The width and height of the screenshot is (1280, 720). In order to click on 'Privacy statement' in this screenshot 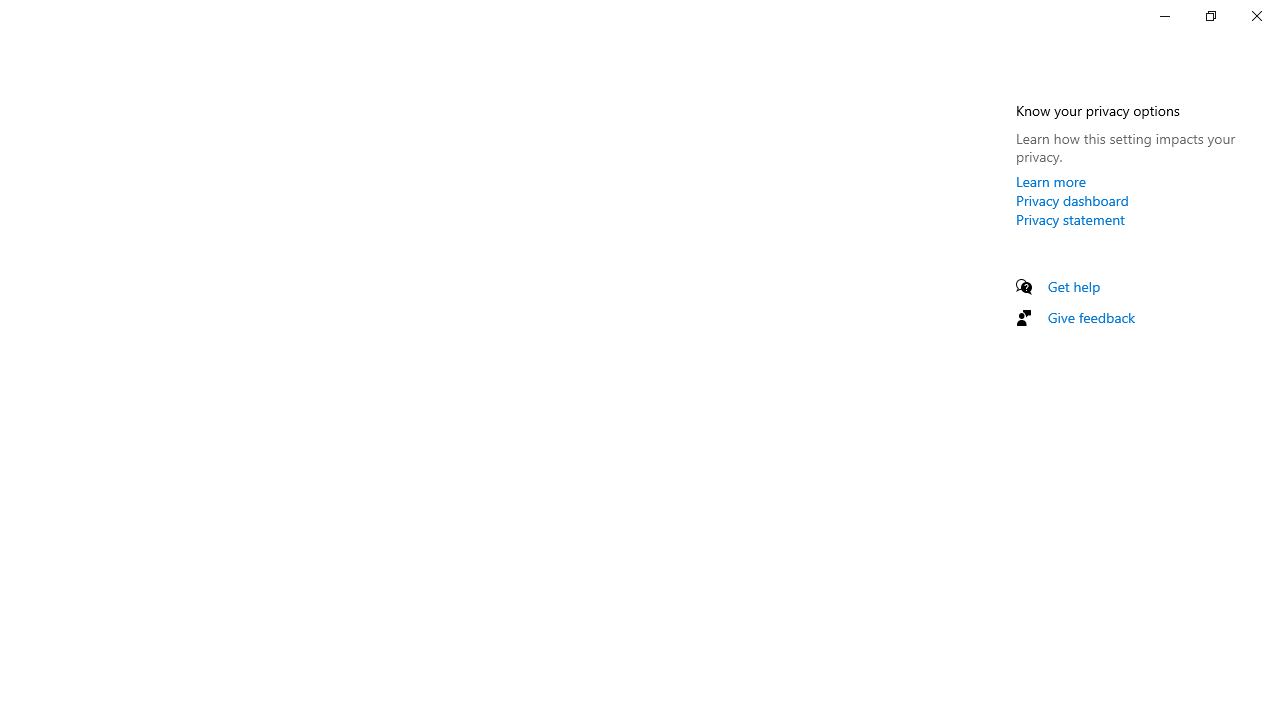, I will do `click(1069, 219)`.